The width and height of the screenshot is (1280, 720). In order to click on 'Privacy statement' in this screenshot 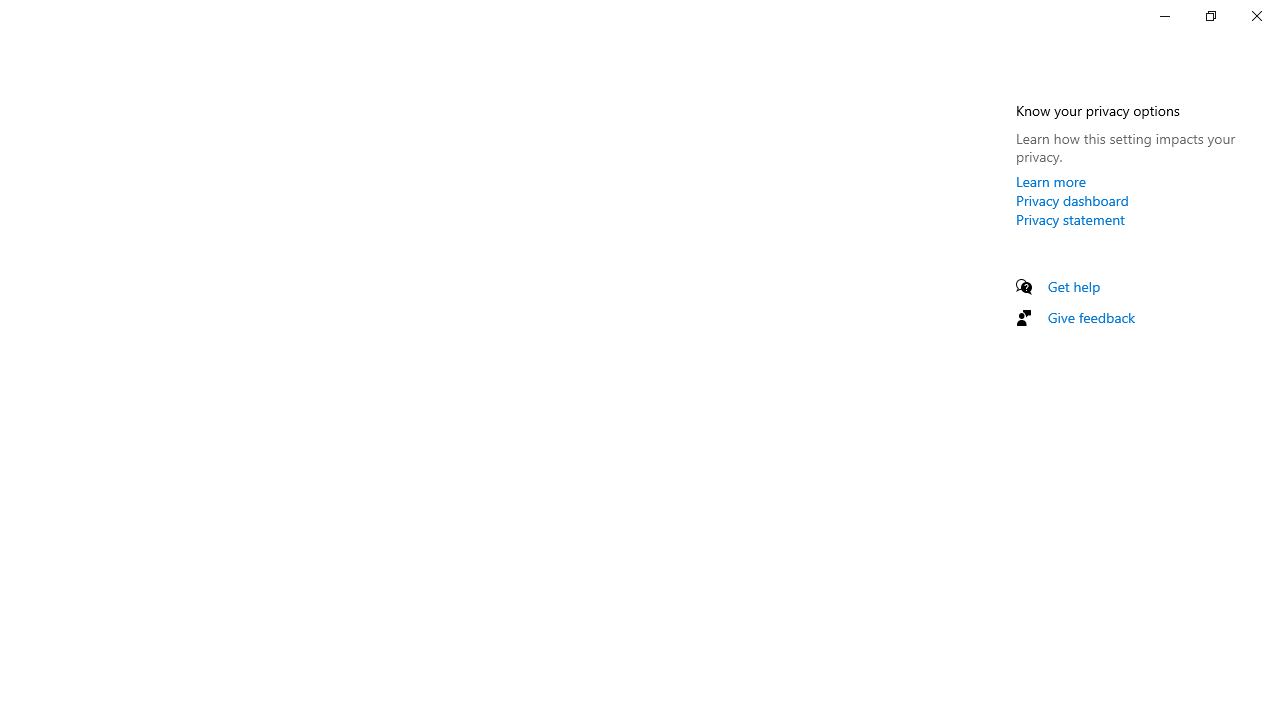, I will do `click(1069, 219)`.